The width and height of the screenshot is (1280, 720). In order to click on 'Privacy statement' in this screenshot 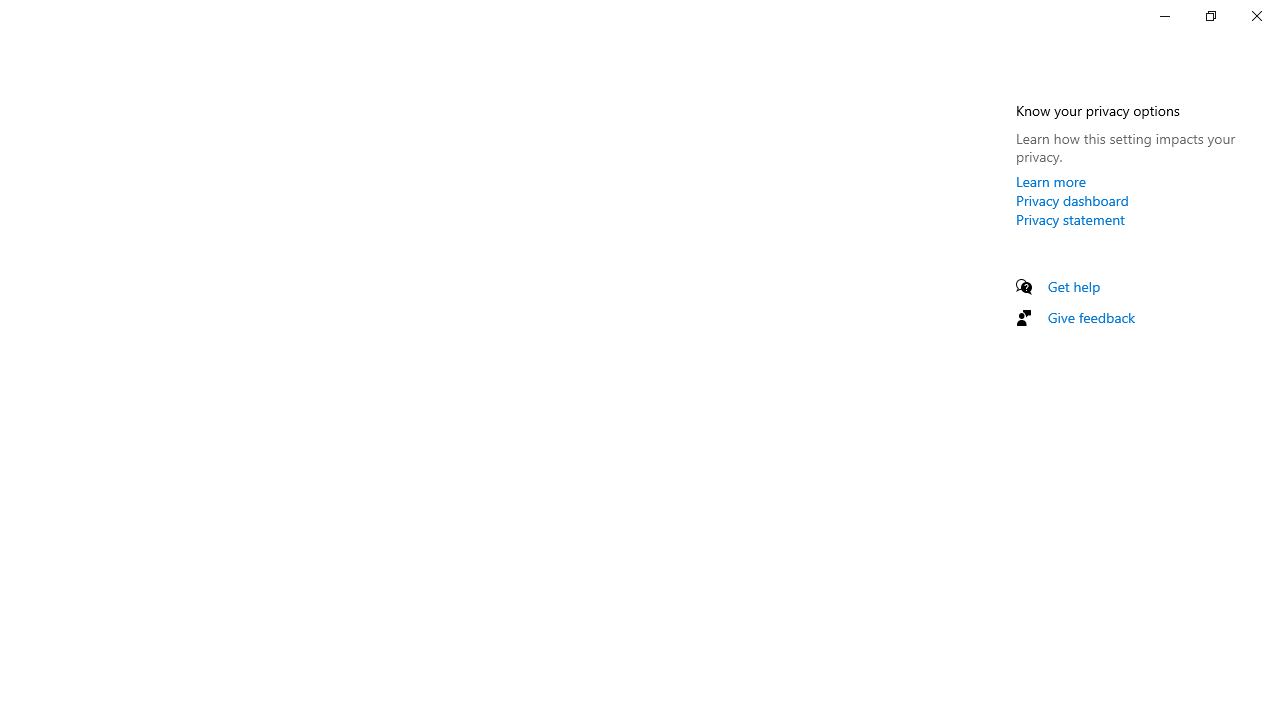, I will do `click(1069, 219)`.